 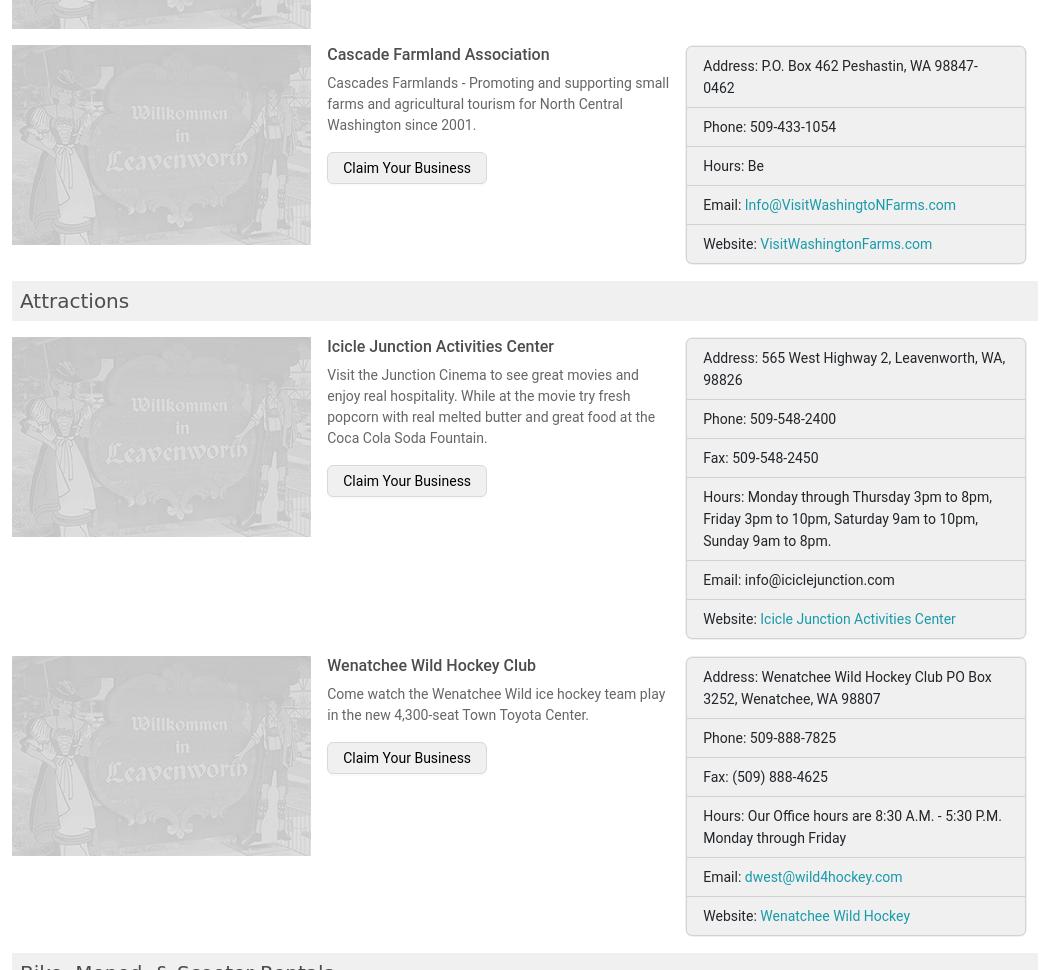 What do you see at coordinates (477, 47) in the screenshot?
I see `'Leavenworth Horseback Riding and Sleigh Rides'` at bounding box center [477, 47].